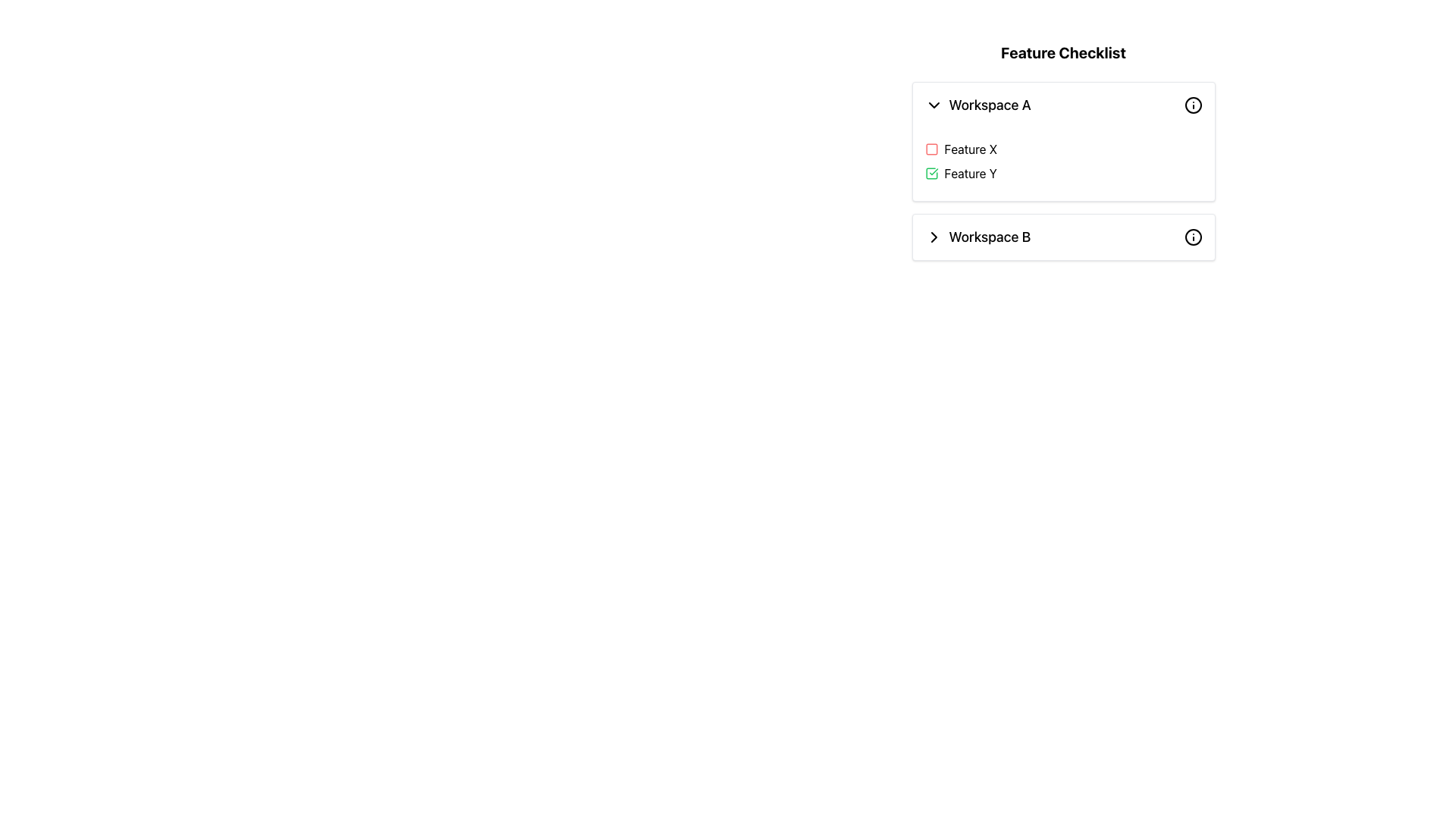  Describe the element at coordinates (960, 172) in the screenshot. I see `the text label 'Feature Y' that is bold, black, and located within the checklist 'Workspace A', positioned between 'Feature X' and 'Workspace B'` at that location.